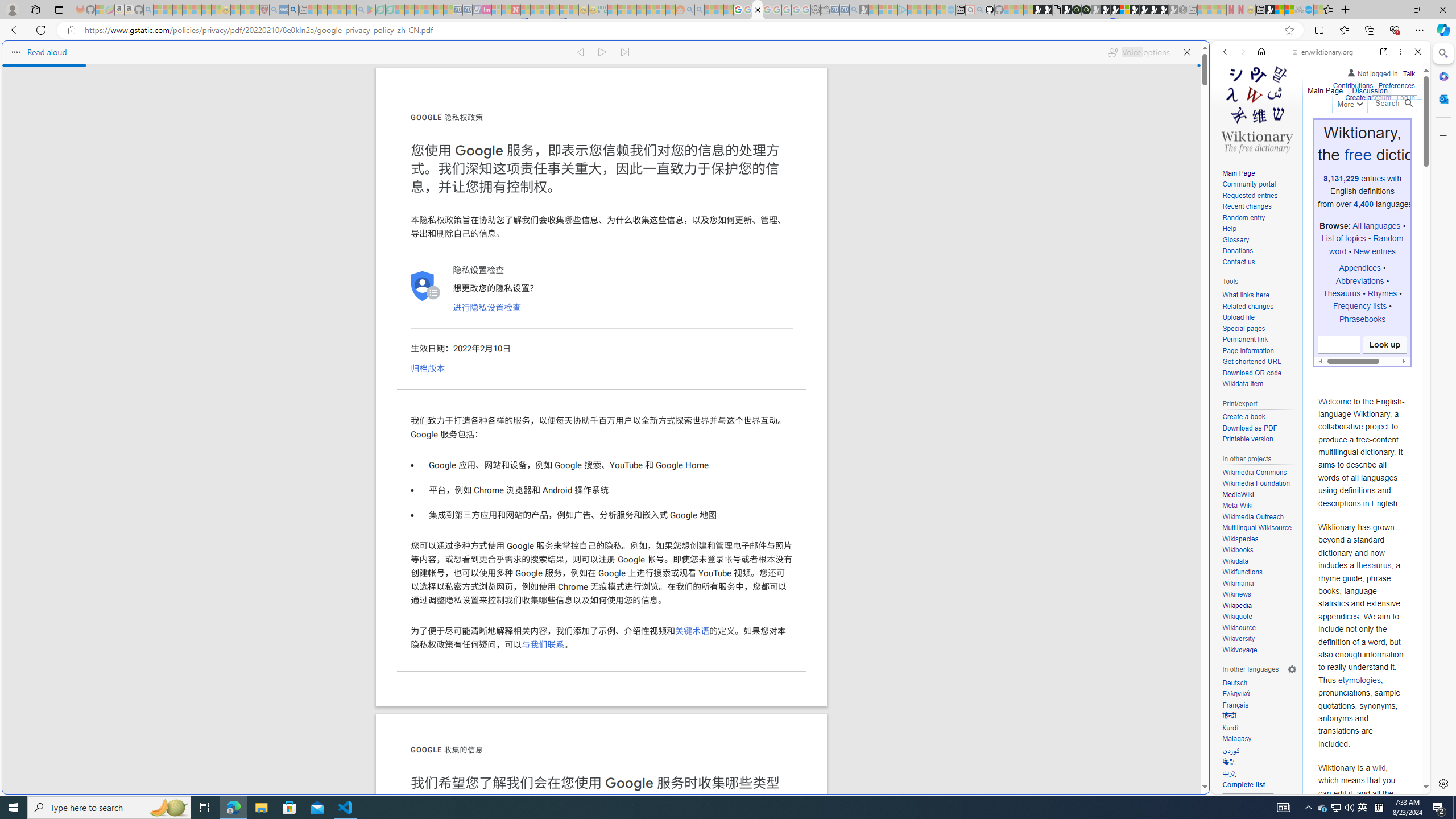 The image size is (1456, 819). Describe the element at coordinates (1251, 372) in the screenshot. I see `'Download QR code'` at that location.